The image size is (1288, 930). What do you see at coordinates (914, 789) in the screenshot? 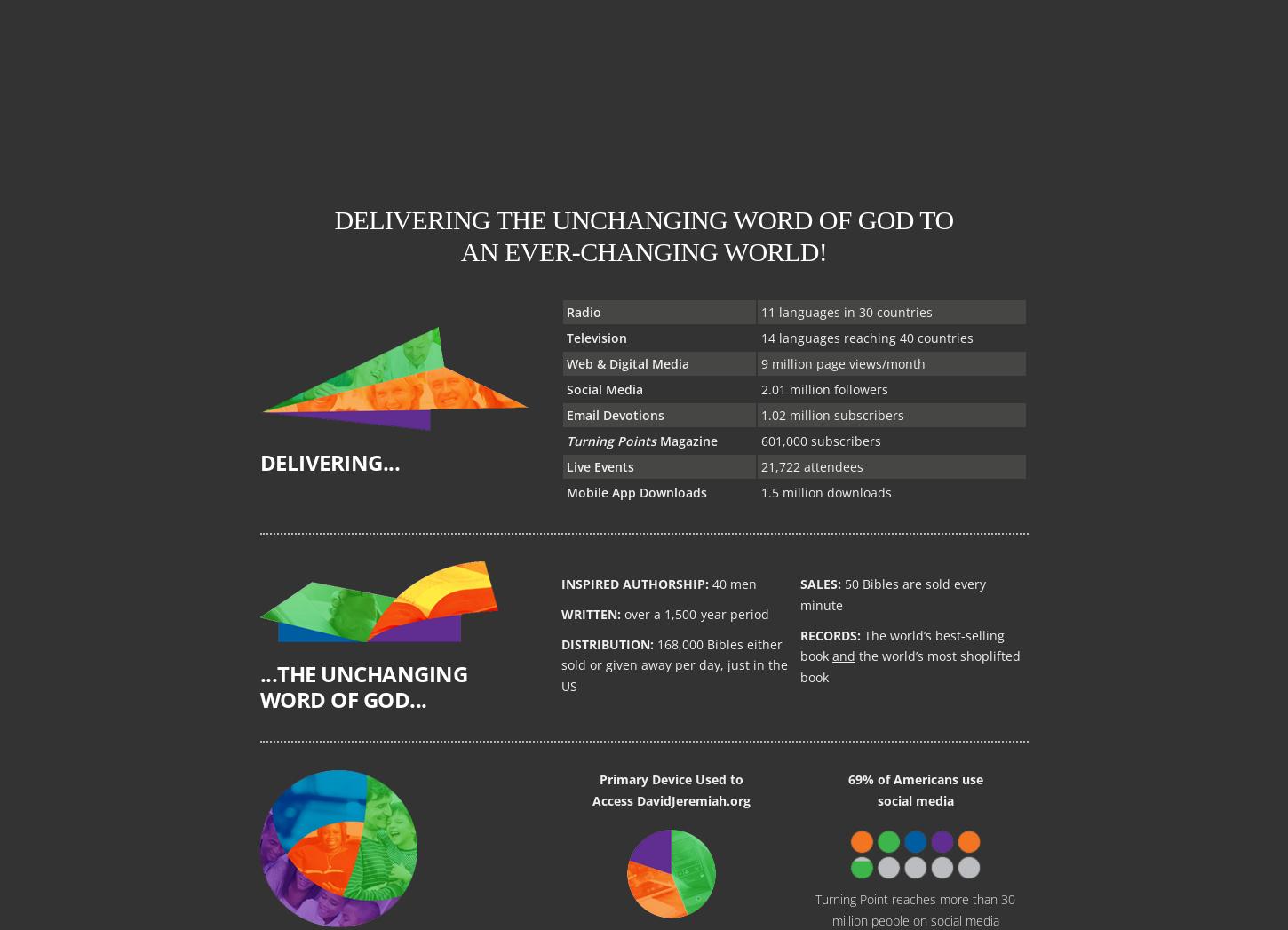
I see `'69% of Americans use social media'` at bounding box center [914, 789].